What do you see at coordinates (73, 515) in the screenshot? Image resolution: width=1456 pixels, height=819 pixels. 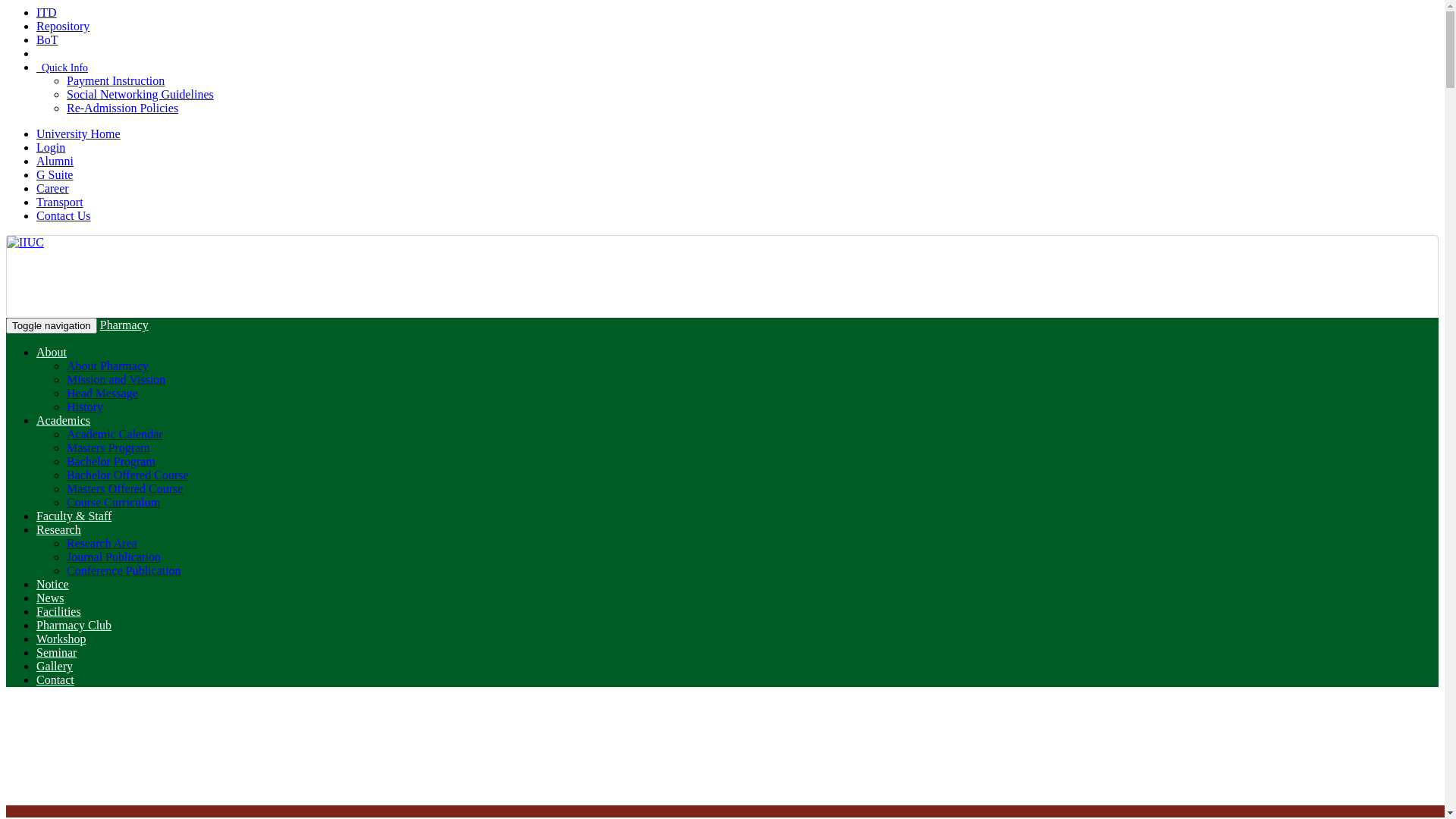 I see `'Faculty & Staff'` at bounding box center [73, 515].